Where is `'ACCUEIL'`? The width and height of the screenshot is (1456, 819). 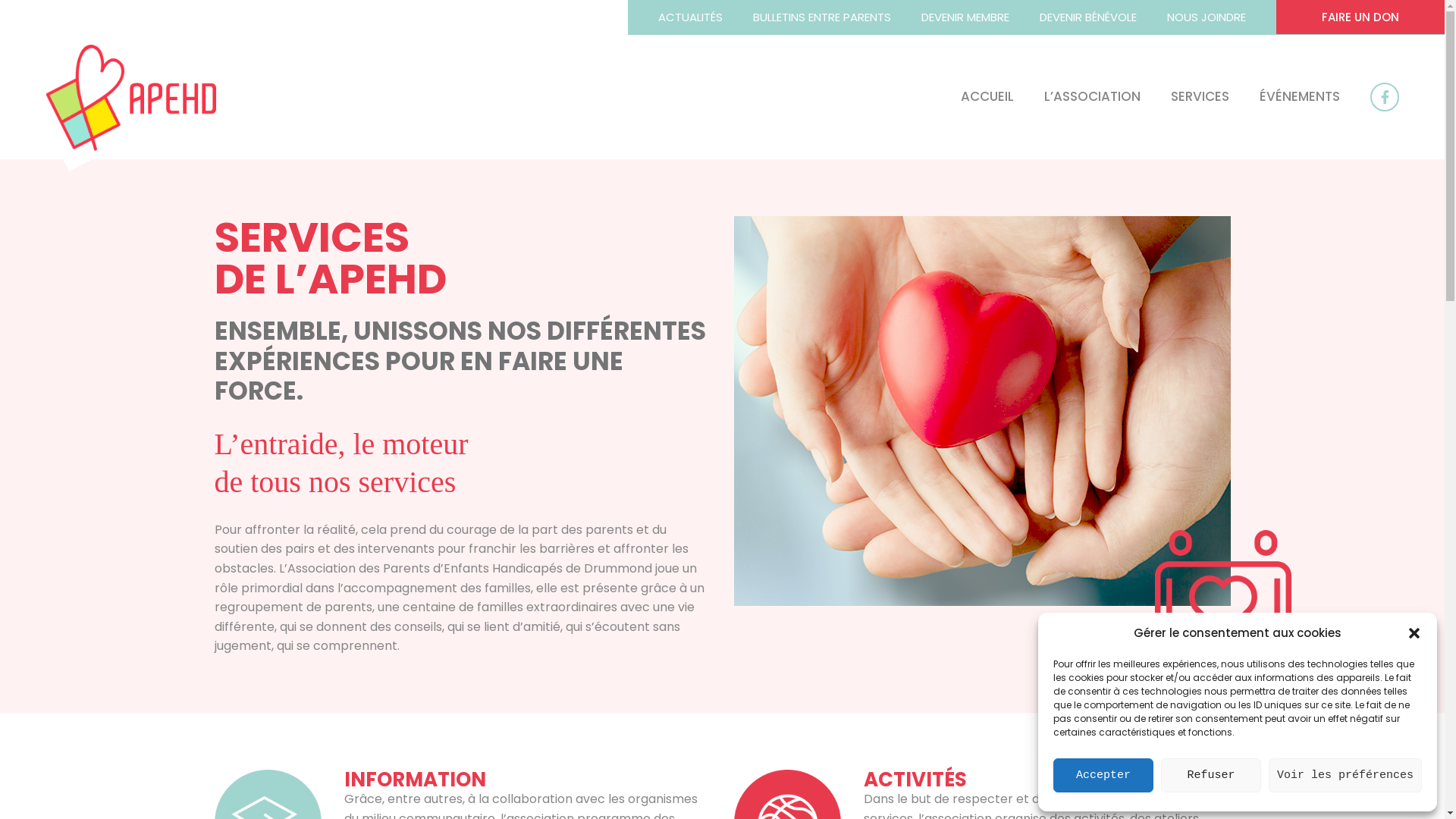 'ACCUEIL' is located at coordinates (971, 96).